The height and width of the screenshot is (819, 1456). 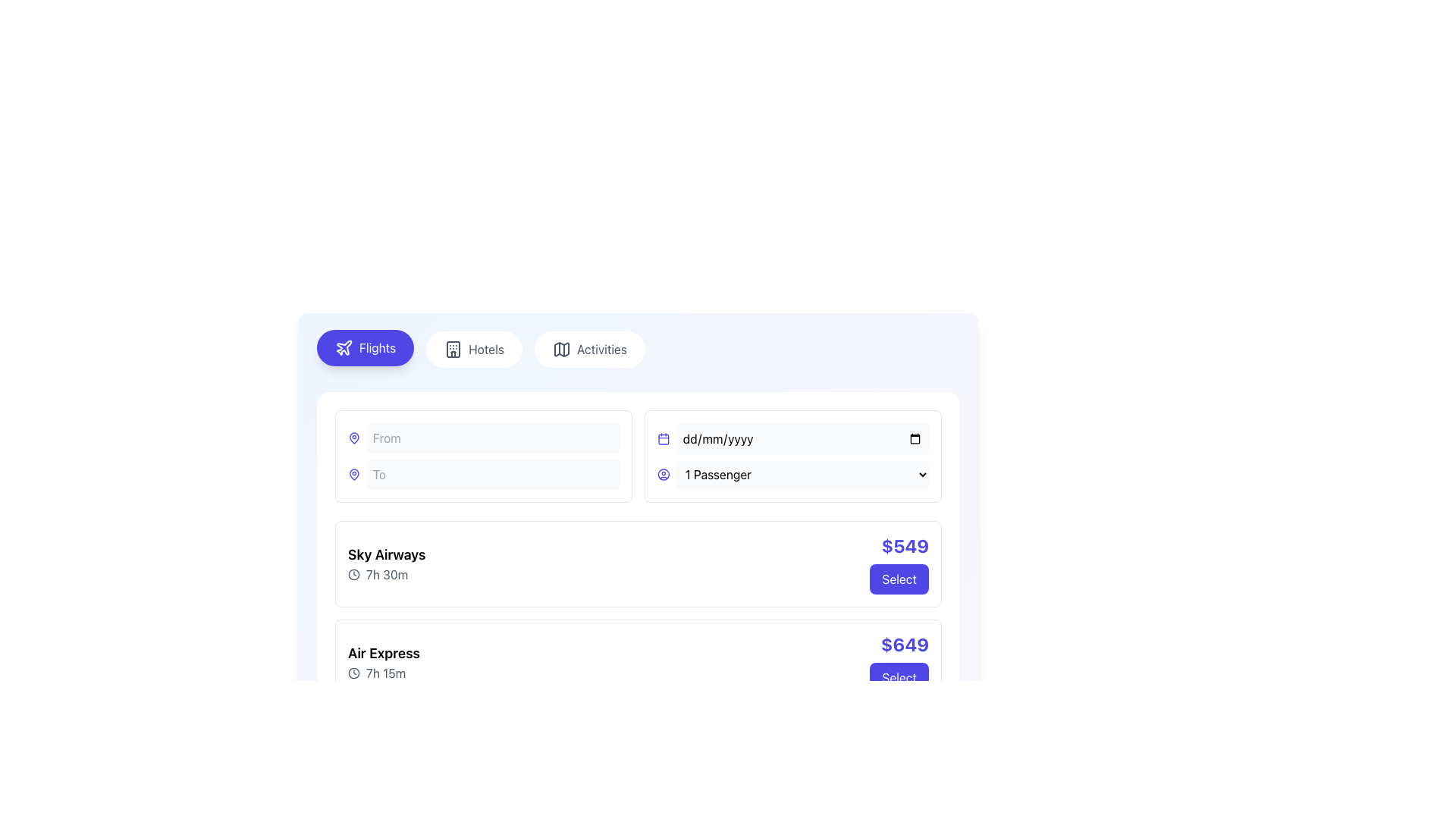 I want to click on the passenger count dropdown menu, so click(x=792, y=473).